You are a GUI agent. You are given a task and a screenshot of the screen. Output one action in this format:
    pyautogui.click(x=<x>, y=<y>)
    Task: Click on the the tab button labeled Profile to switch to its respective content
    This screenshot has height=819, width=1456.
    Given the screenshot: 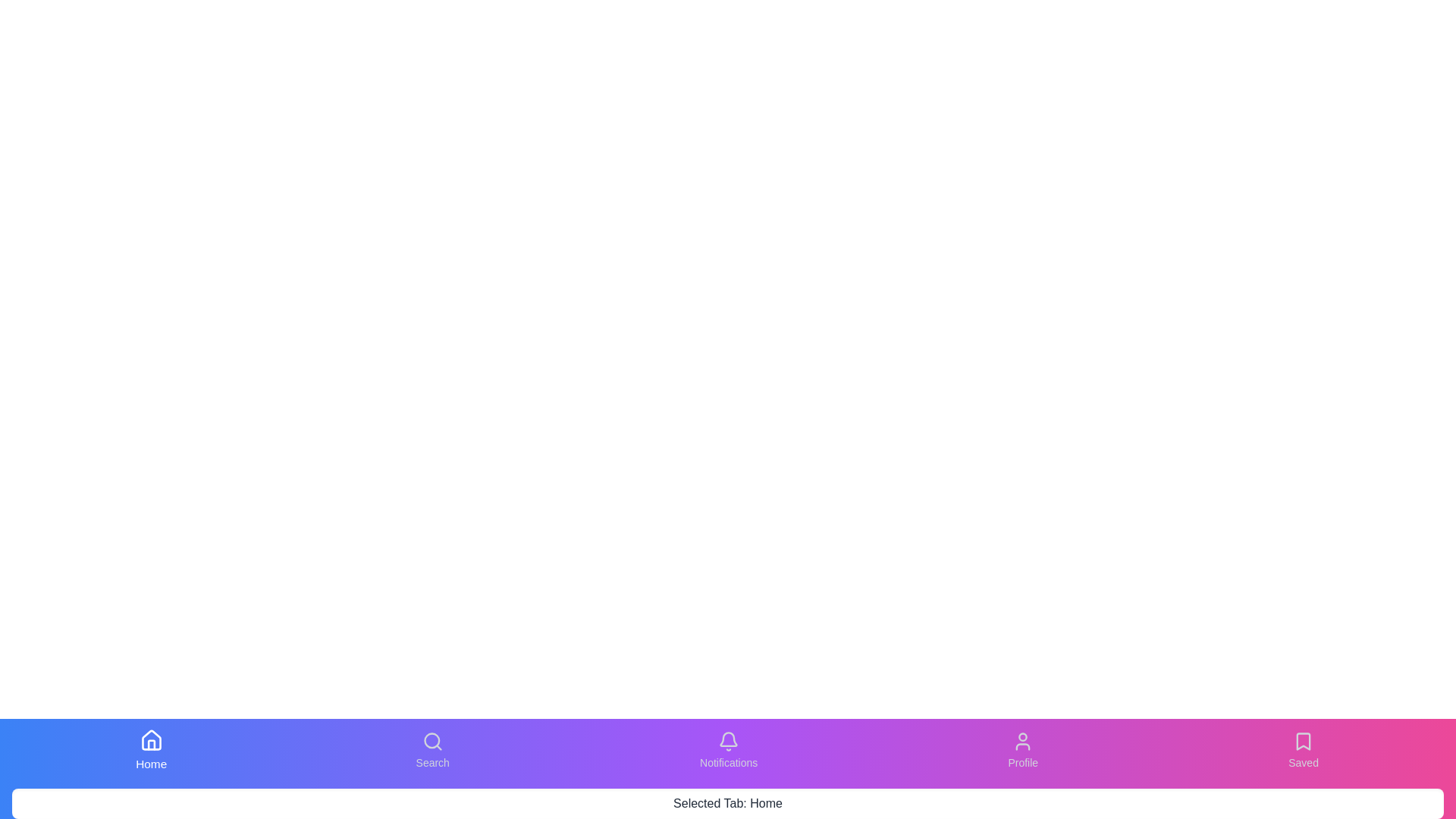 What is the action you would take?
    pyautogui.click(x=1023, y=751)
    